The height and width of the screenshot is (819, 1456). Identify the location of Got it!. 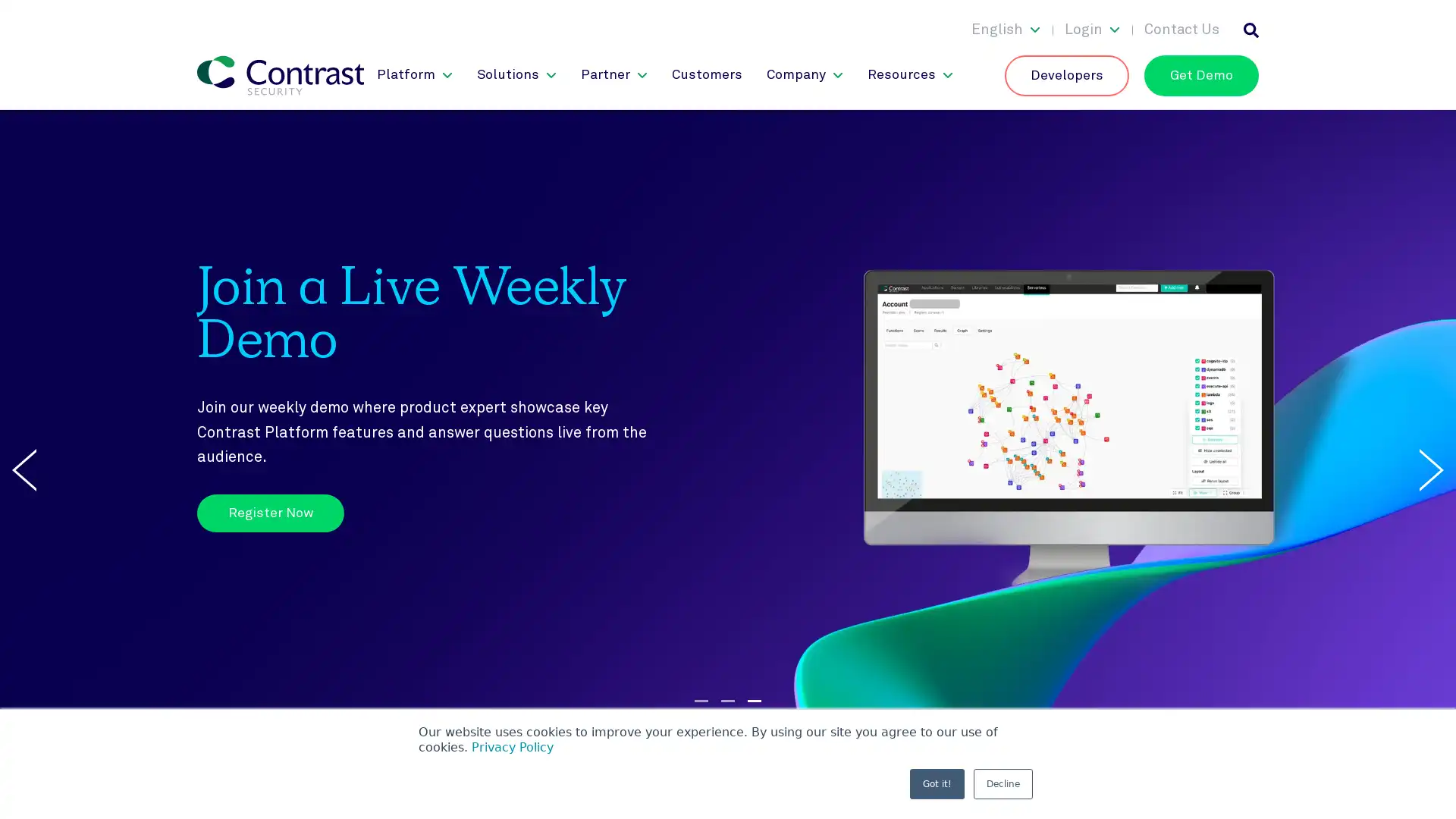
(937, 783).